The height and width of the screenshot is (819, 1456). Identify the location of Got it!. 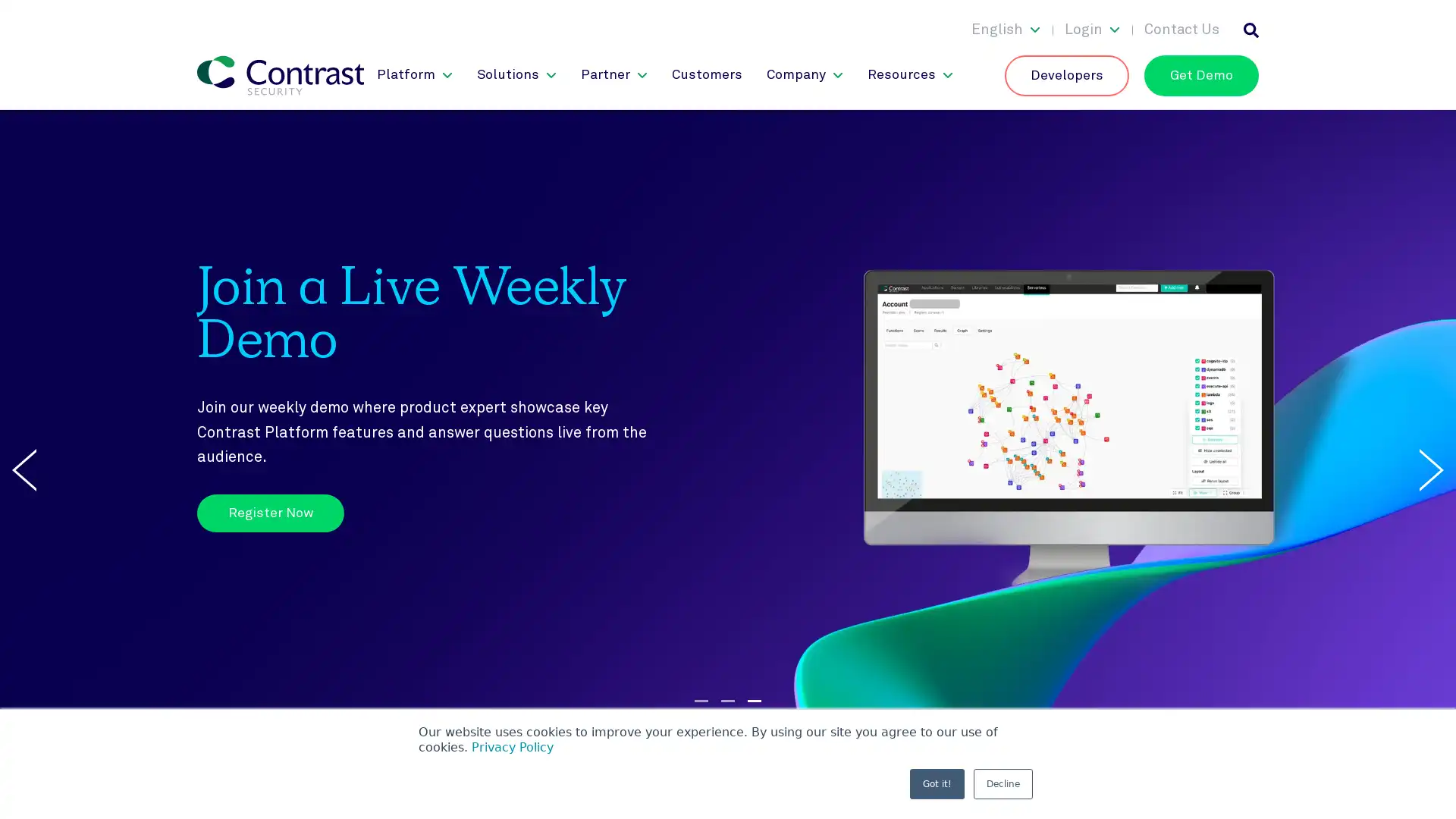
(937, 783).